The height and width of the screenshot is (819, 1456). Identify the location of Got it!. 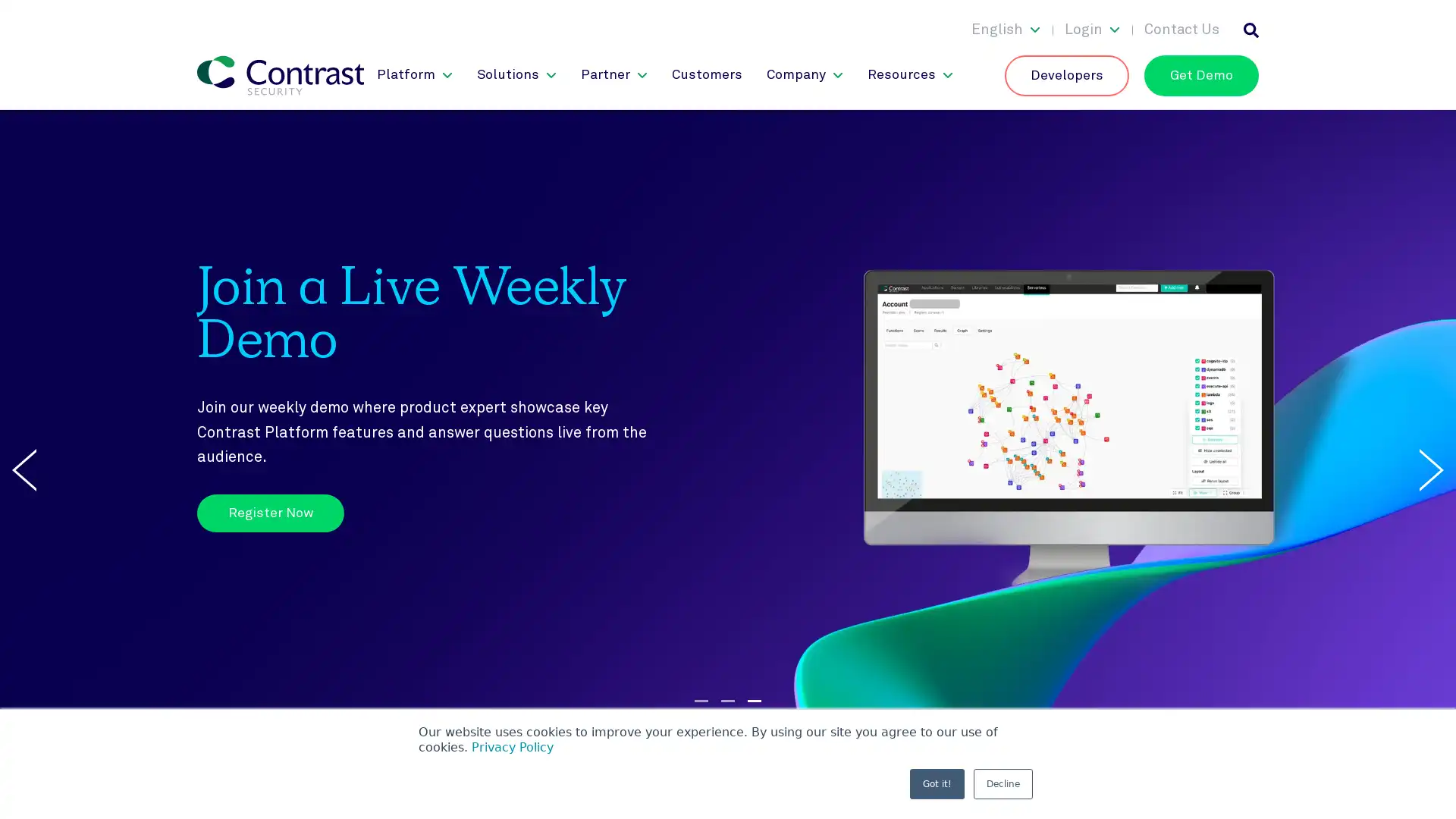
(937, 783).